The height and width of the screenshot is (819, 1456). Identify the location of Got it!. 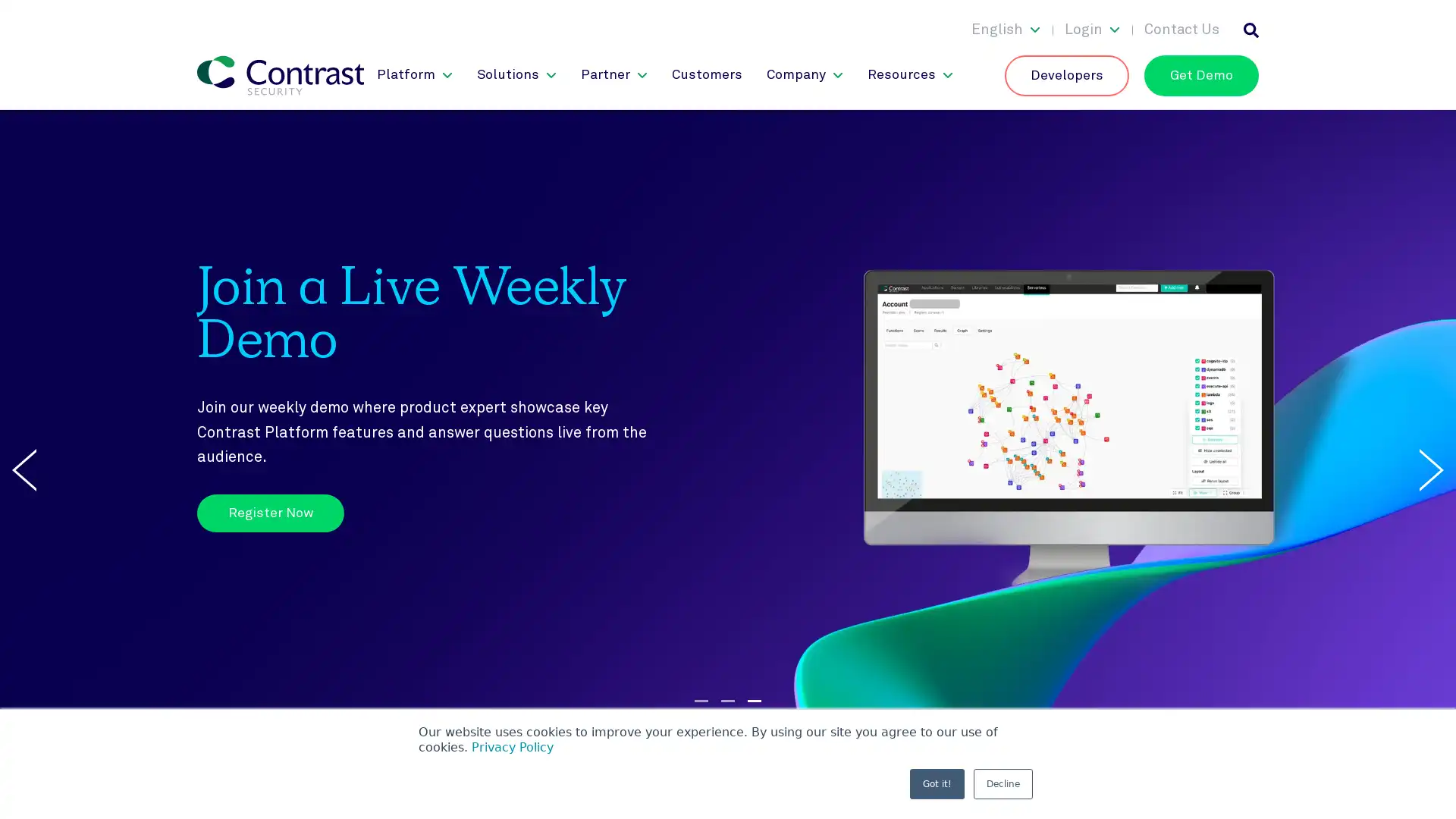
(937, 783).